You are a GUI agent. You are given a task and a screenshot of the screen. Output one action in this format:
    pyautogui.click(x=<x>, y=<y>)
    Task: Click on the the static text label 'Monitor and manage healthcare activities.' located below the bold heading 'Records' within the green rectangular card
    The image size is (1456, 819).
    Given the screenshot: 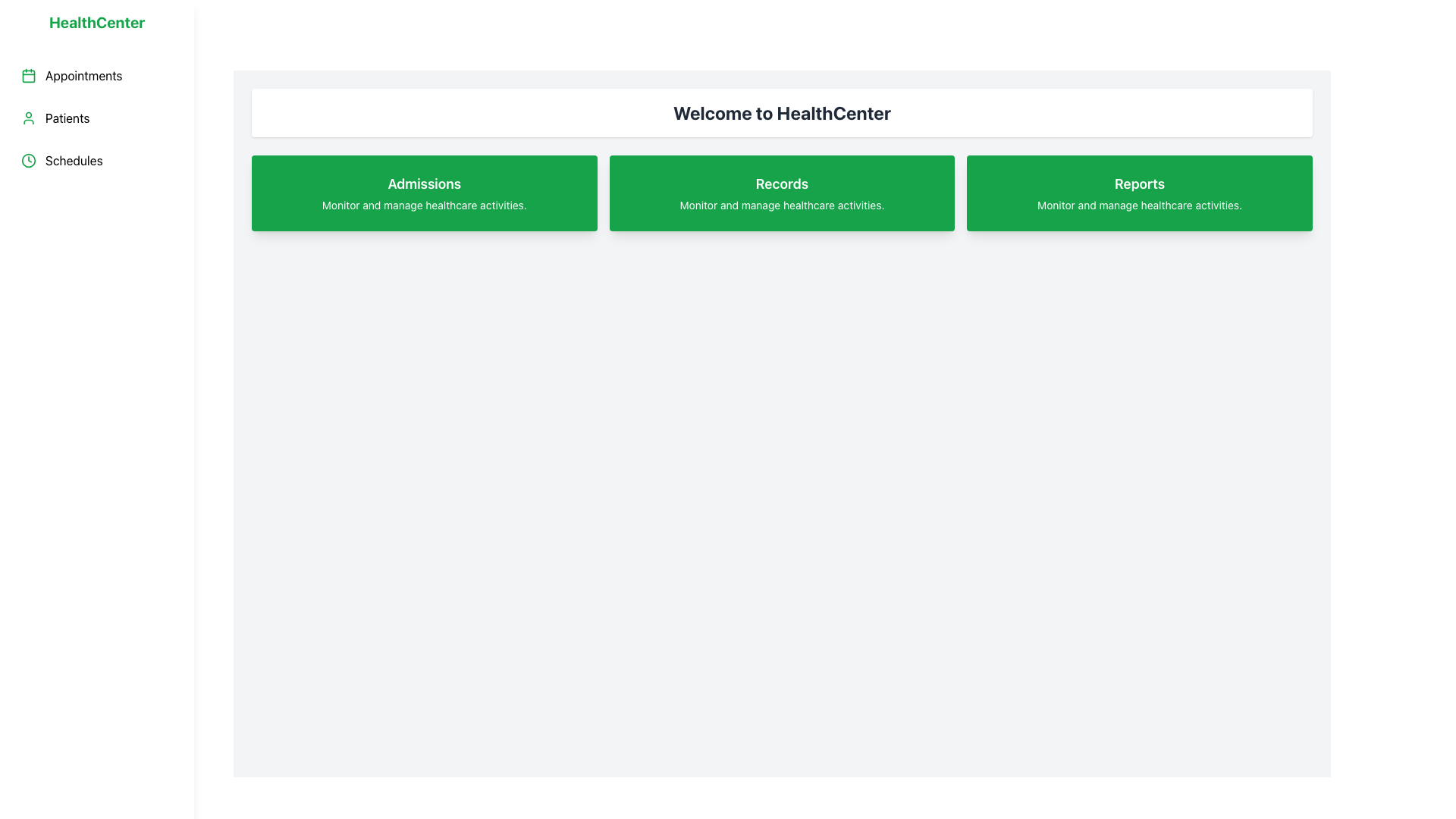 What is the action you would take?
    pyautogui.click(x=782, y=205)
    